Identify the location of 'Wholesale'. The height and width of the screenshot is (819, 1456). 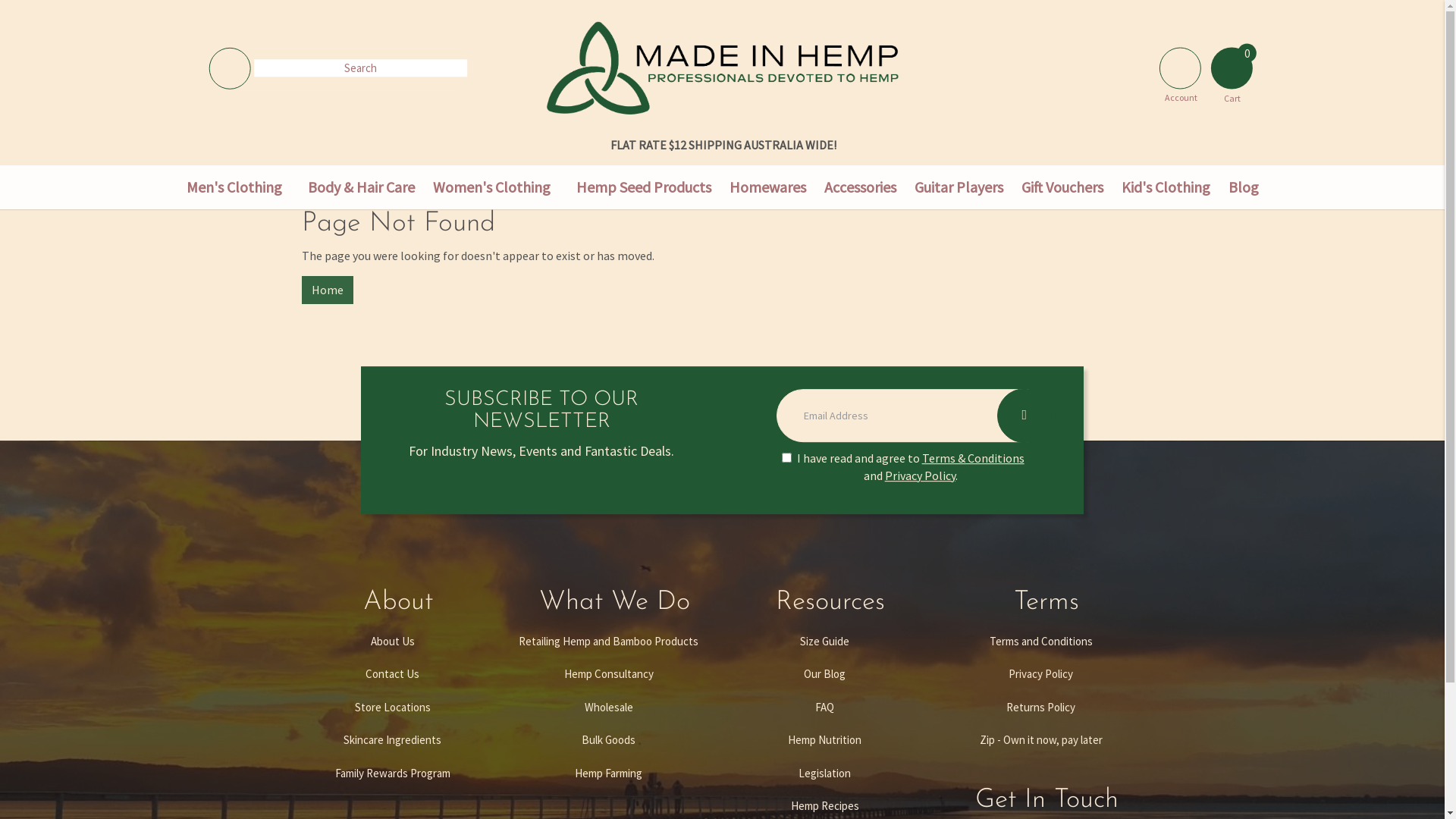
(608, 707).